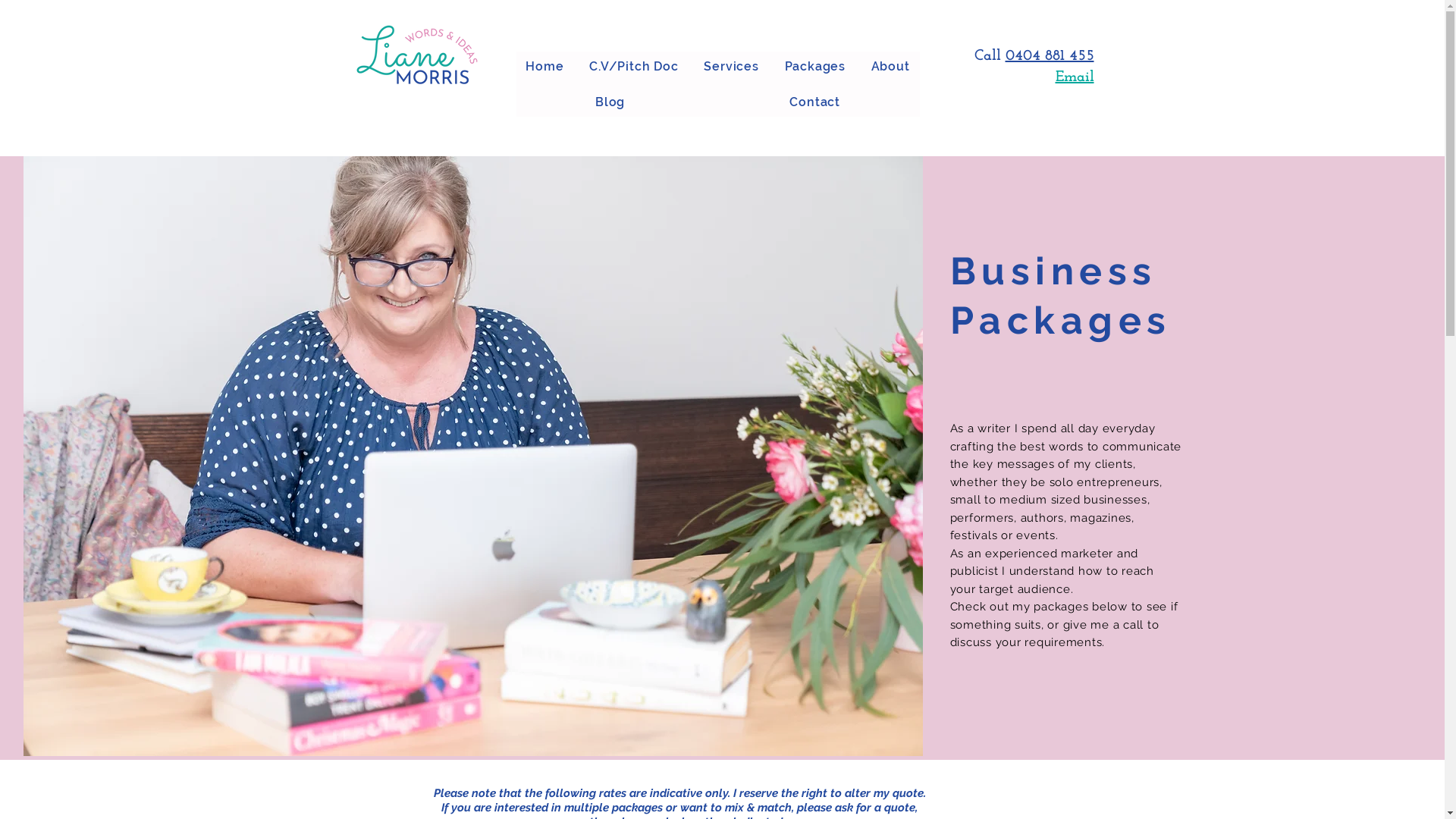 This screenshot has width=1456, height=819. Describe the element at coordinates (633, 65) in the screenshot. I see `'C.V/Pitch Doc'` at that location.